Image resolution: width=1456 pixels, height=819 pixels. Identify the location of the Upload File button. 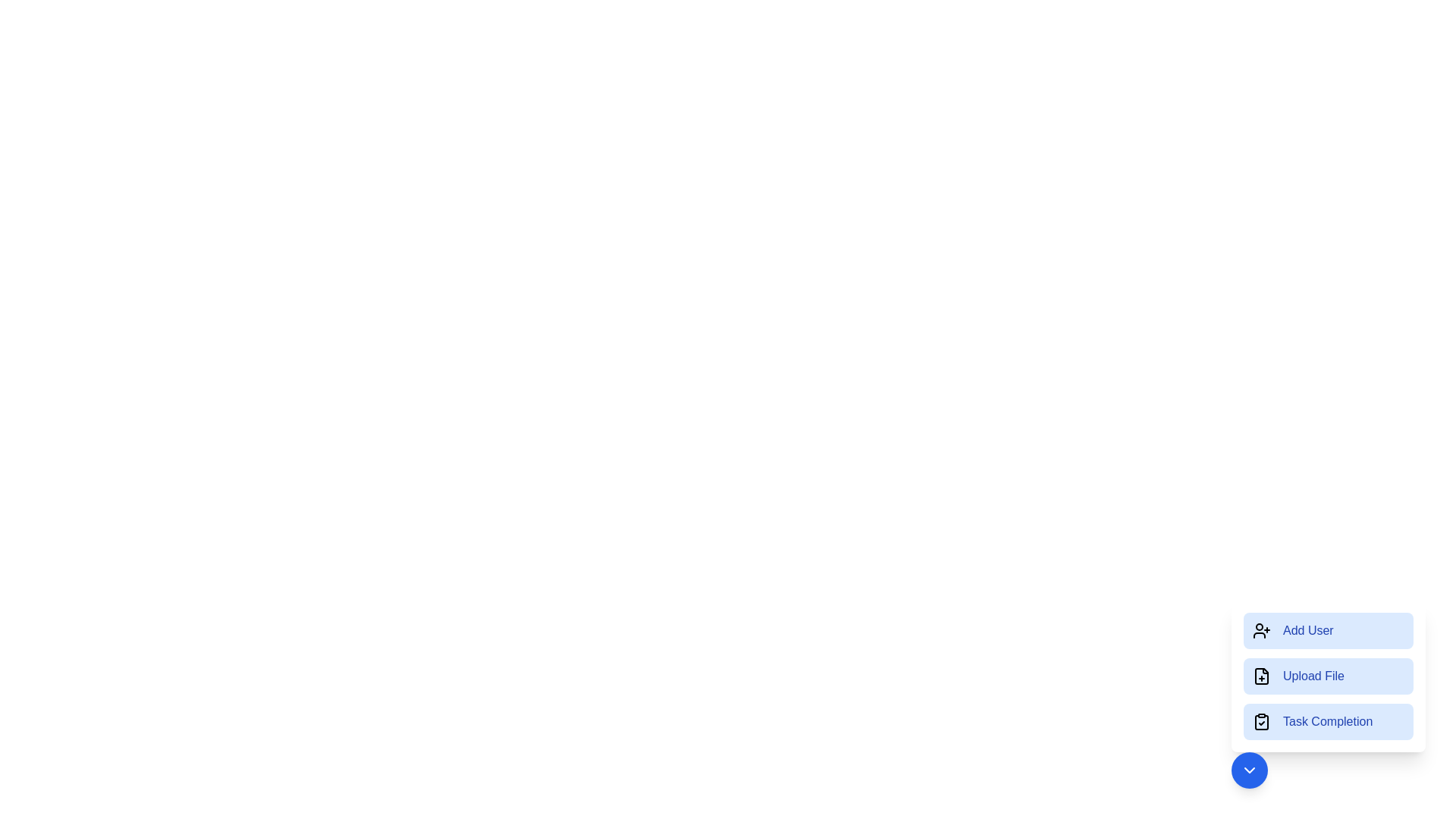
(1328, 675).